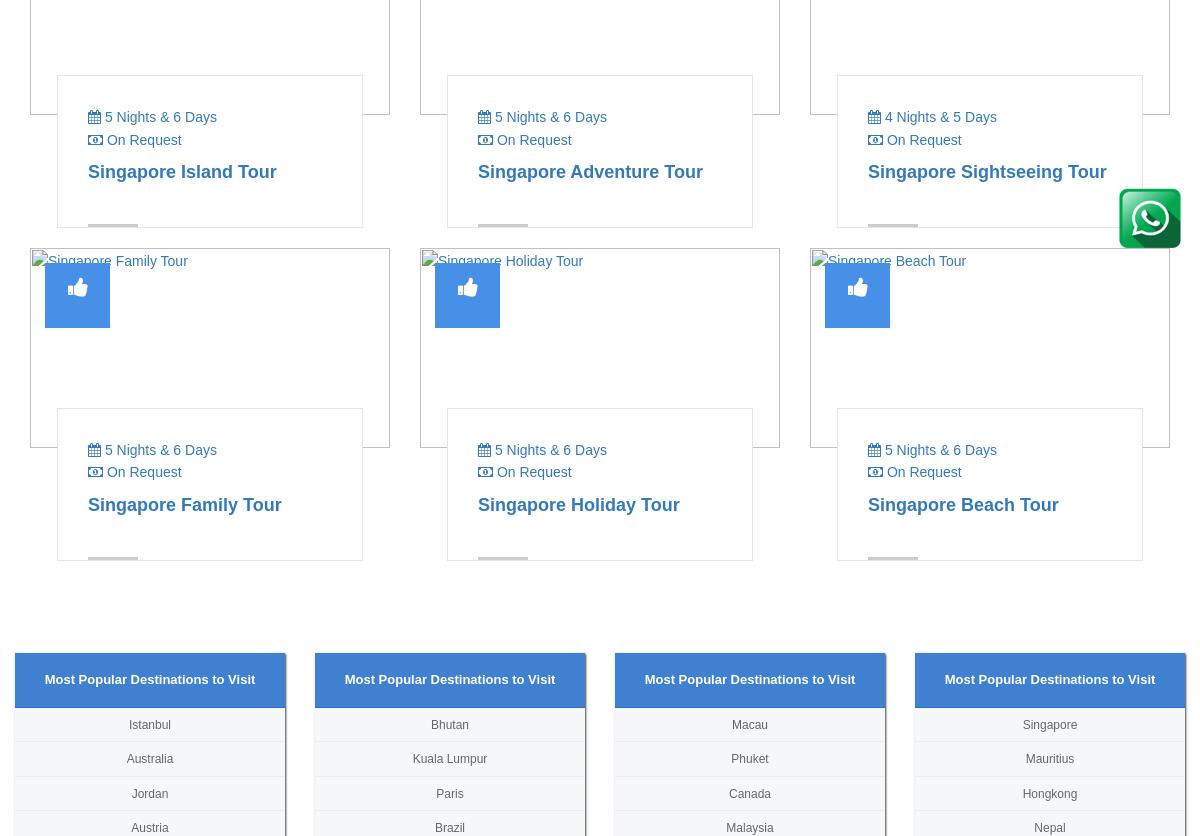 Image resolution: width=1200 pixels, height=836 pixels. What do you see at coordinates (449, 826) in the screenshot?
I see `'Brazil'` at bounding box center [449, 826].